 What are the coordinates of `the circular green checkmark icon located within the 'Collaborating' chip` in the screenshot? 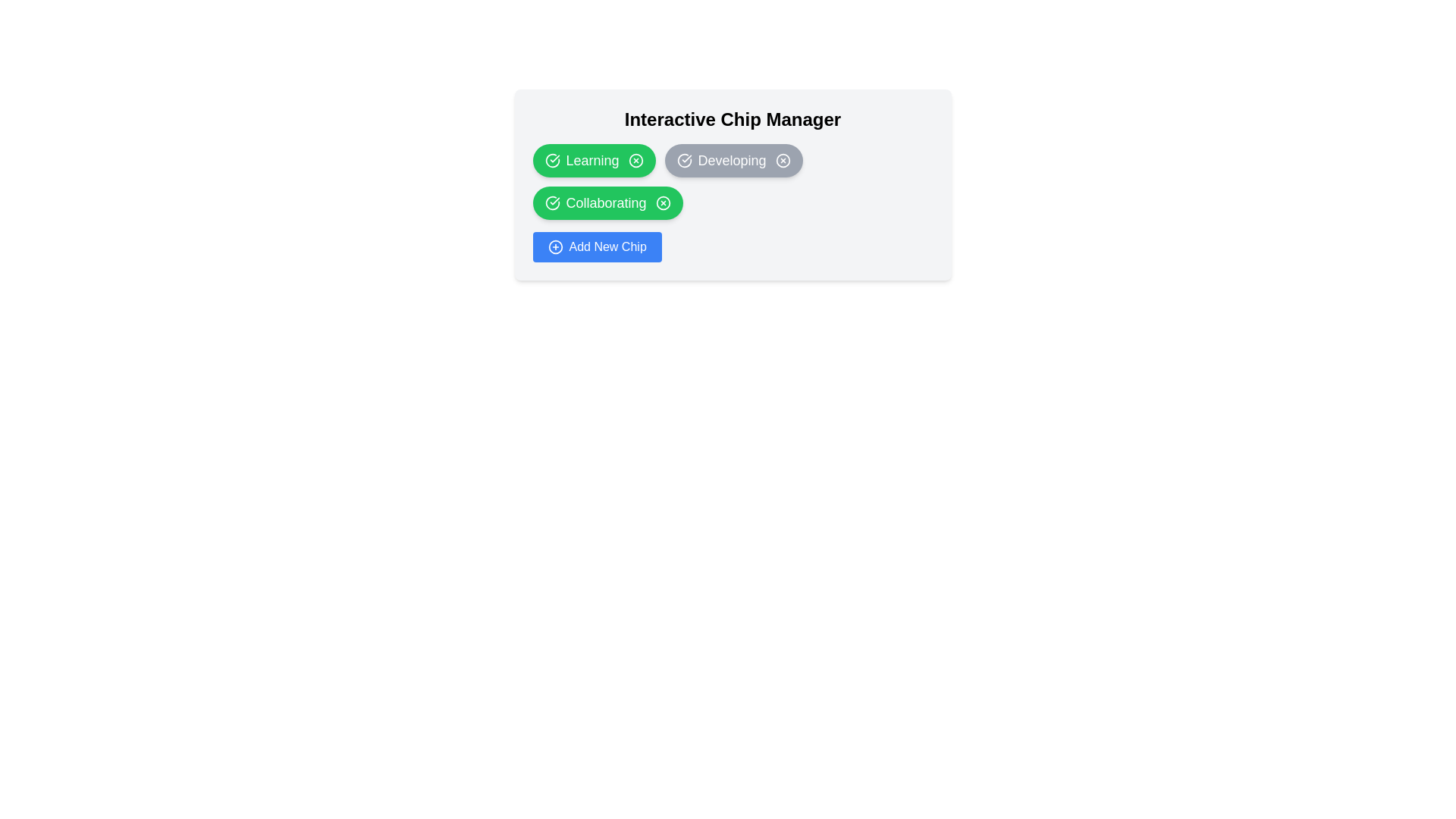 It's located at (551, 202).